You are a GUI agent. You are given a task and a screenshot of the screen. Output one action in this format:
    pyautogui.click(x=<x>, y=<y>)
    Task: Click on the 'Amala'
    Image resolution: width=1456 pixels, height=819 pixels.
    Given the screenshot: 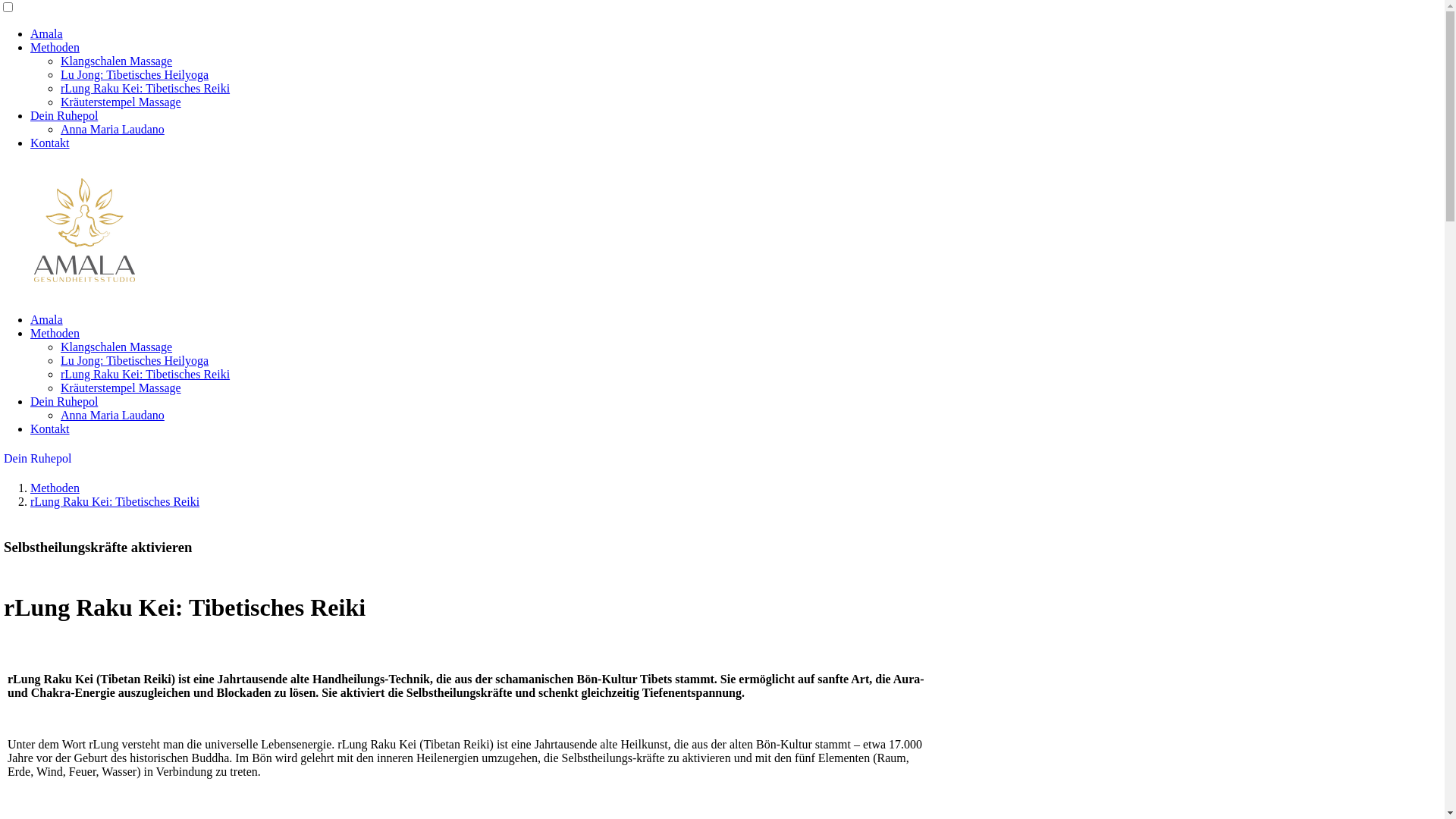 What is the action you would take?
    pyautogui.click(x=46, y=33)
    